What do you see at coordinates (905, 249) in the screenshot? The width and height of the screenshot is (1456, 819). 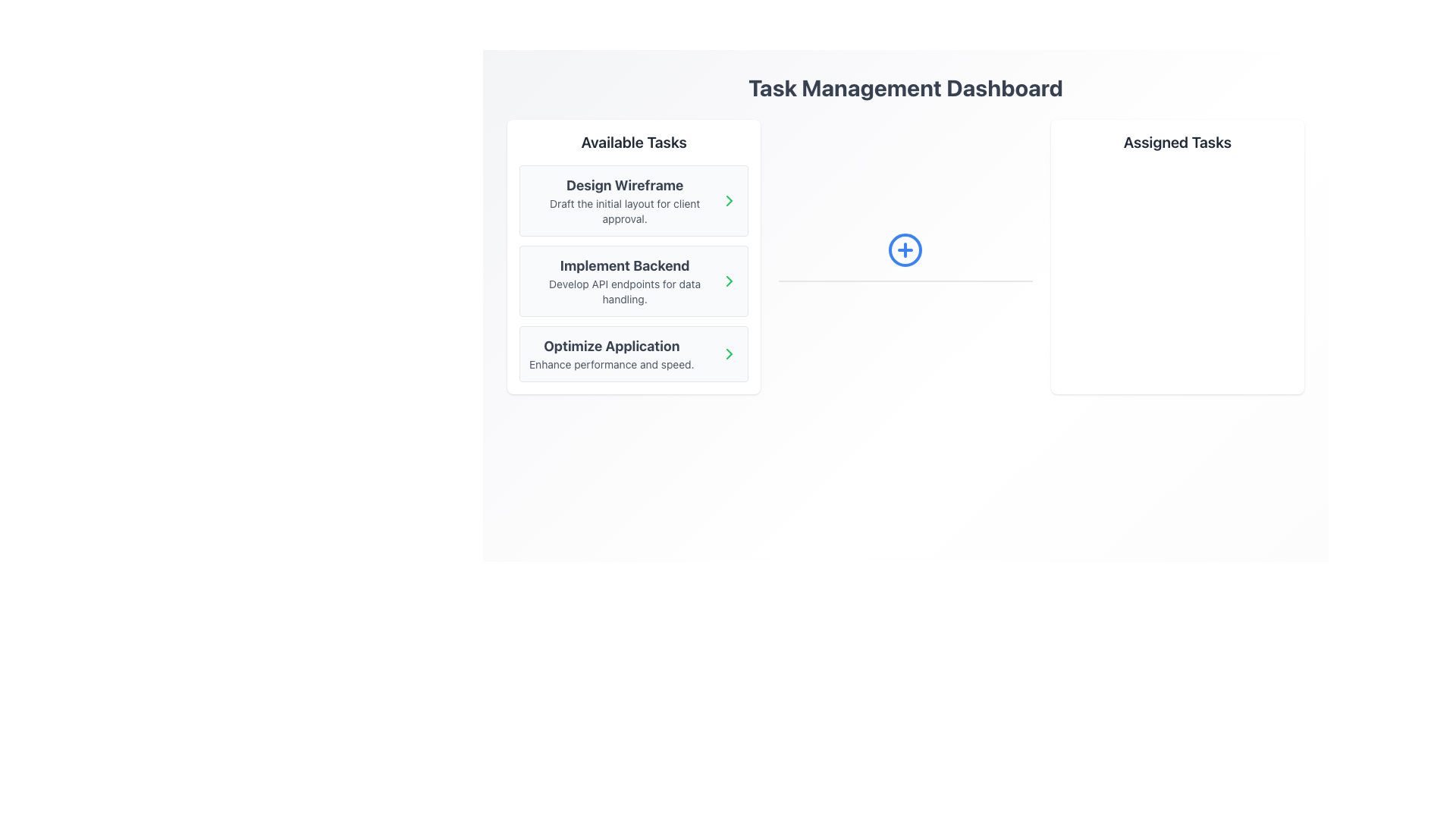 I see `the center of the interactive button with a plus sign symbol, located between the 'Available Tasks' and 'Assigned Tasks' panels` at bounding box center [905, 249].